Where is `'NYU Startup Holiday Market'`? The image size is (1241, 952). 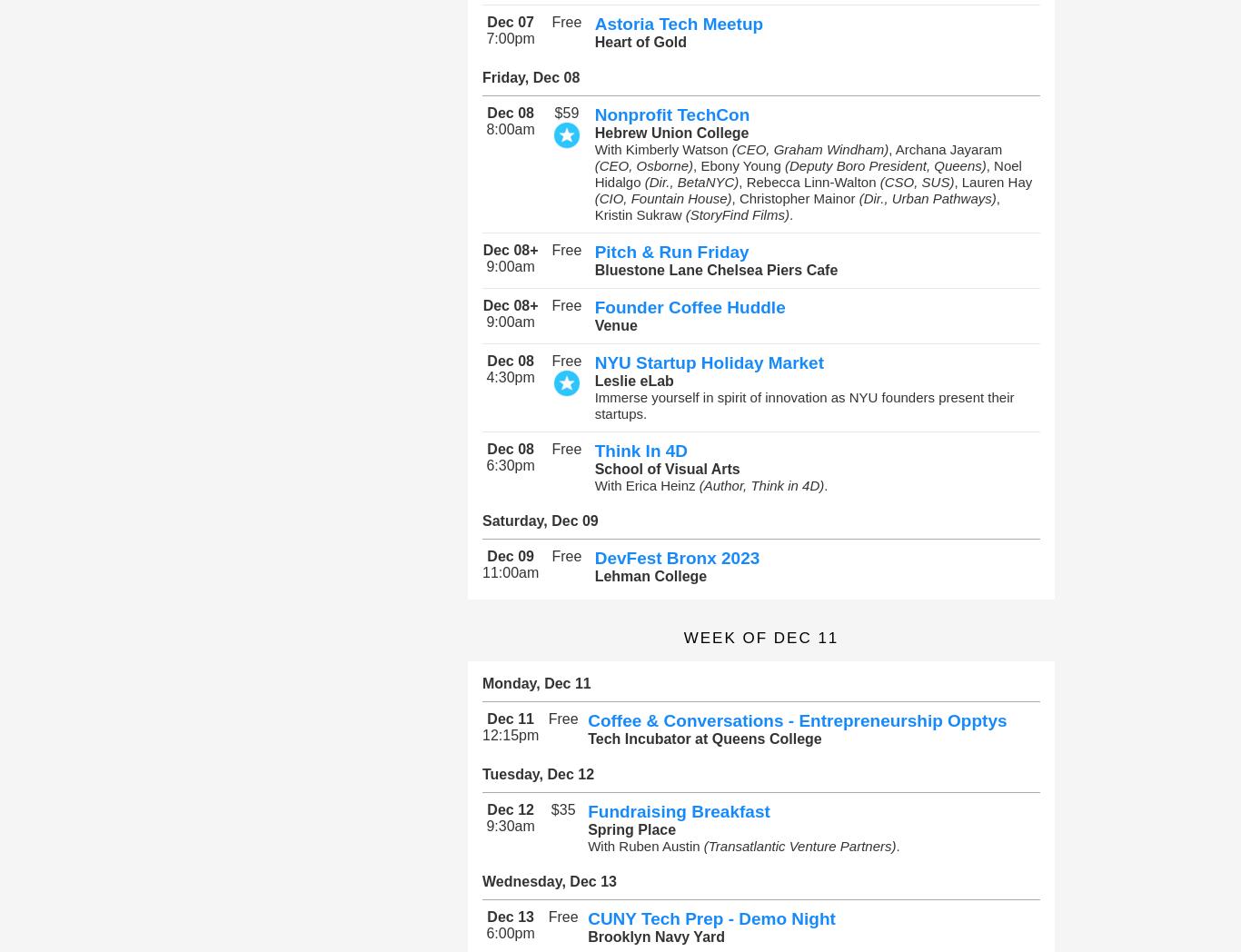
'NYU Startup Holiday Market' is located at coordinates (593, 362).